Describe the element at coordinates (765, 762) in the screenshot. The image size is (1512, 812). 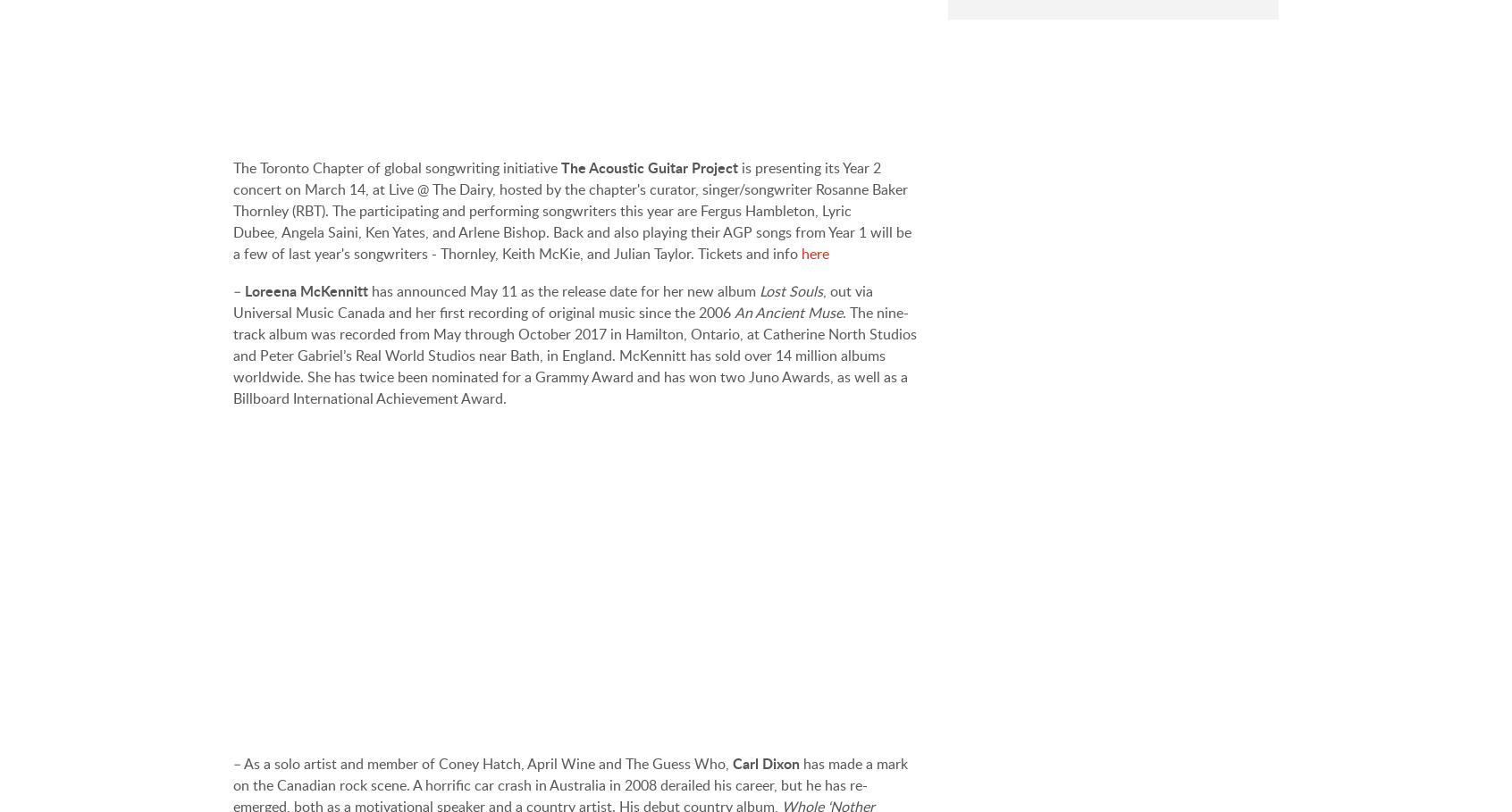
I see `'Carl Dixon'` at that location.